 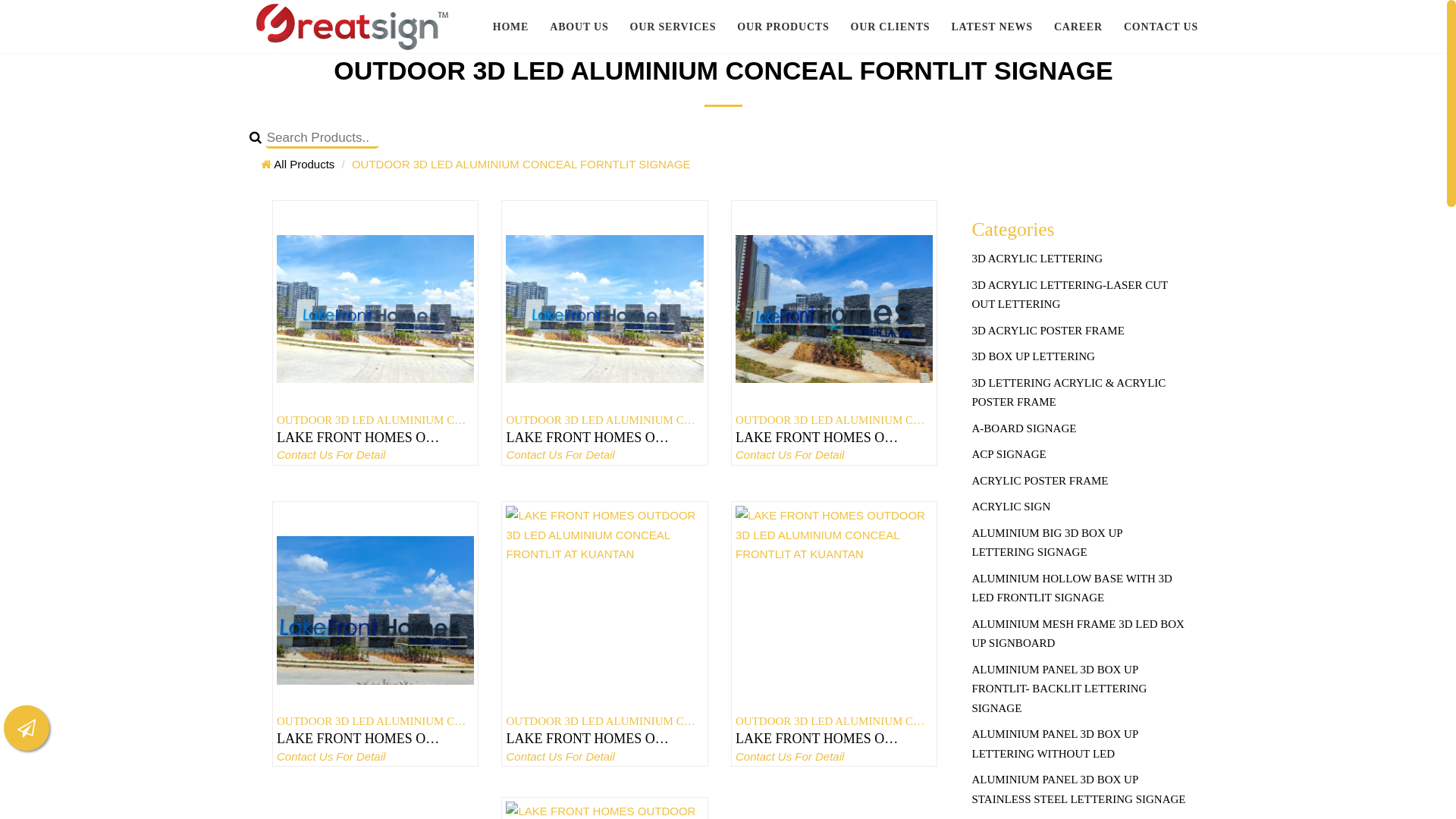 I want to click on 'LATEST NEWS', so click(x=992, y=27).